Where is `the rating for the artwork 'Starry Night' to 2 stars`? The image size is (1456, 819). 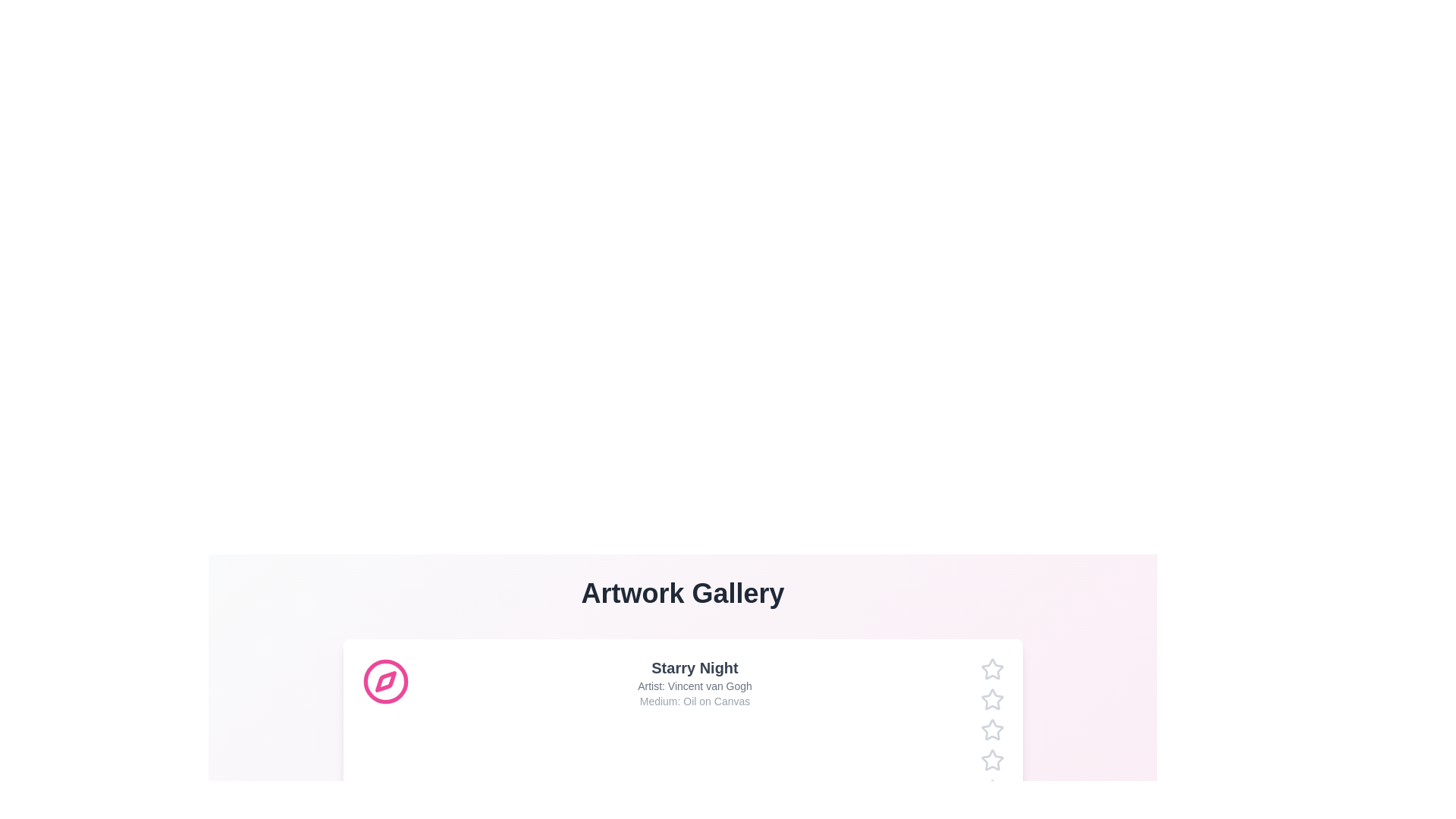
the rating for the artwork 'Starry Night' to 2 stars is located at coordinates (980, 699).